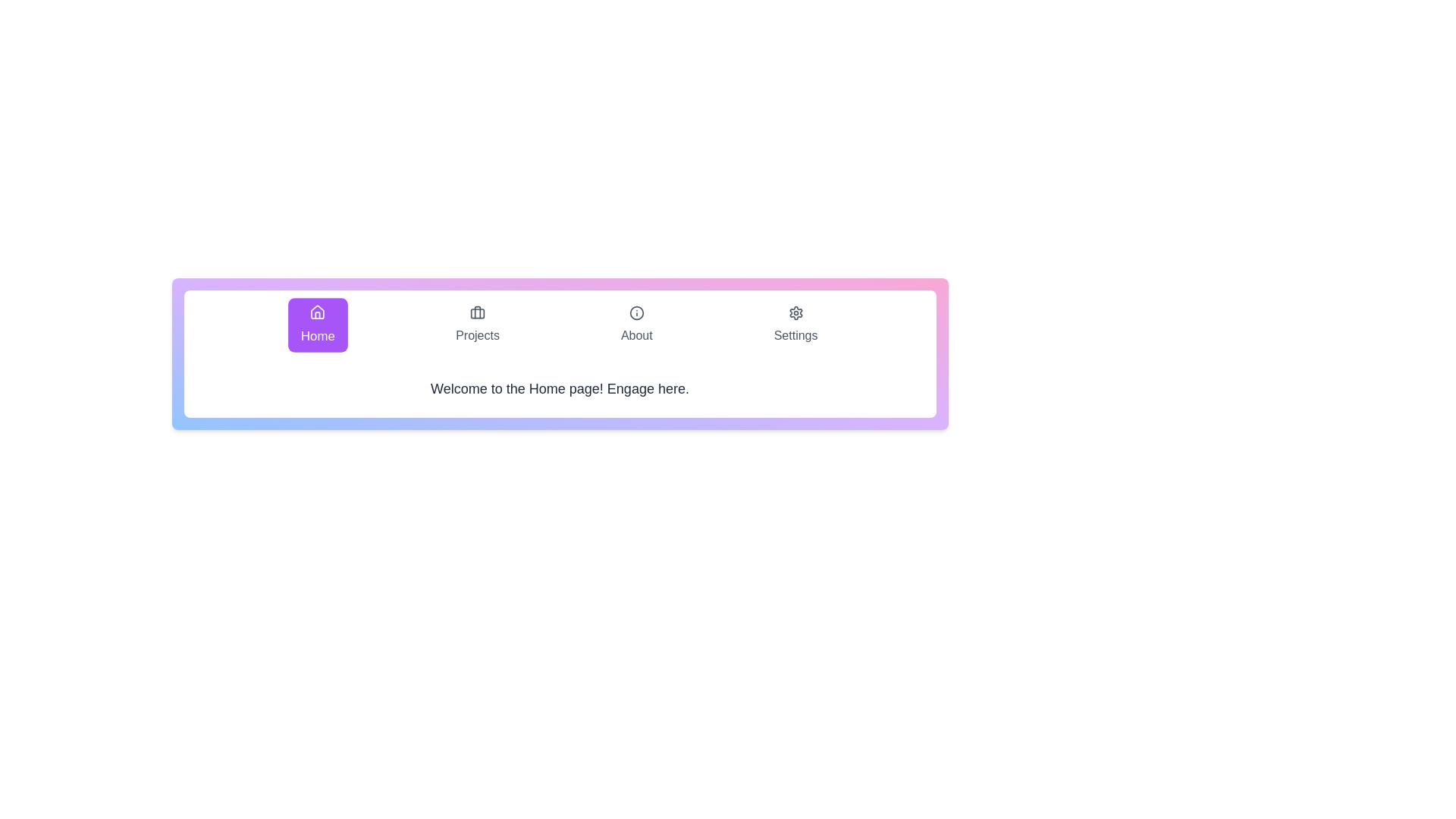  I want to click on the Settings tab by clicking on its button, so click(795, 324).